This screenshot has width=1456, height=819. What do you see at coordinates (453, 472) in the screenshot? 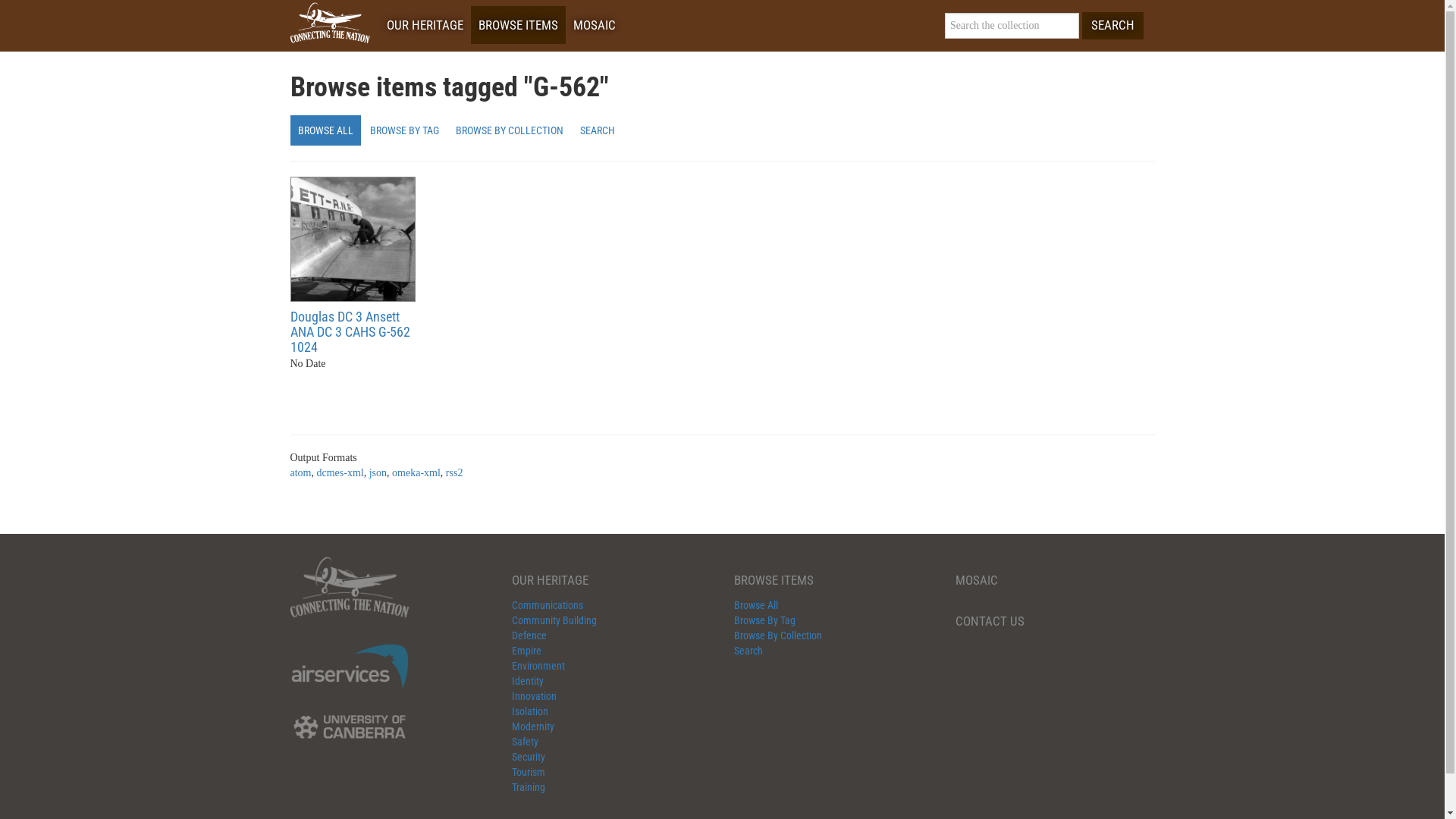
I see `'rss2'` at bounding box center [453, 472].